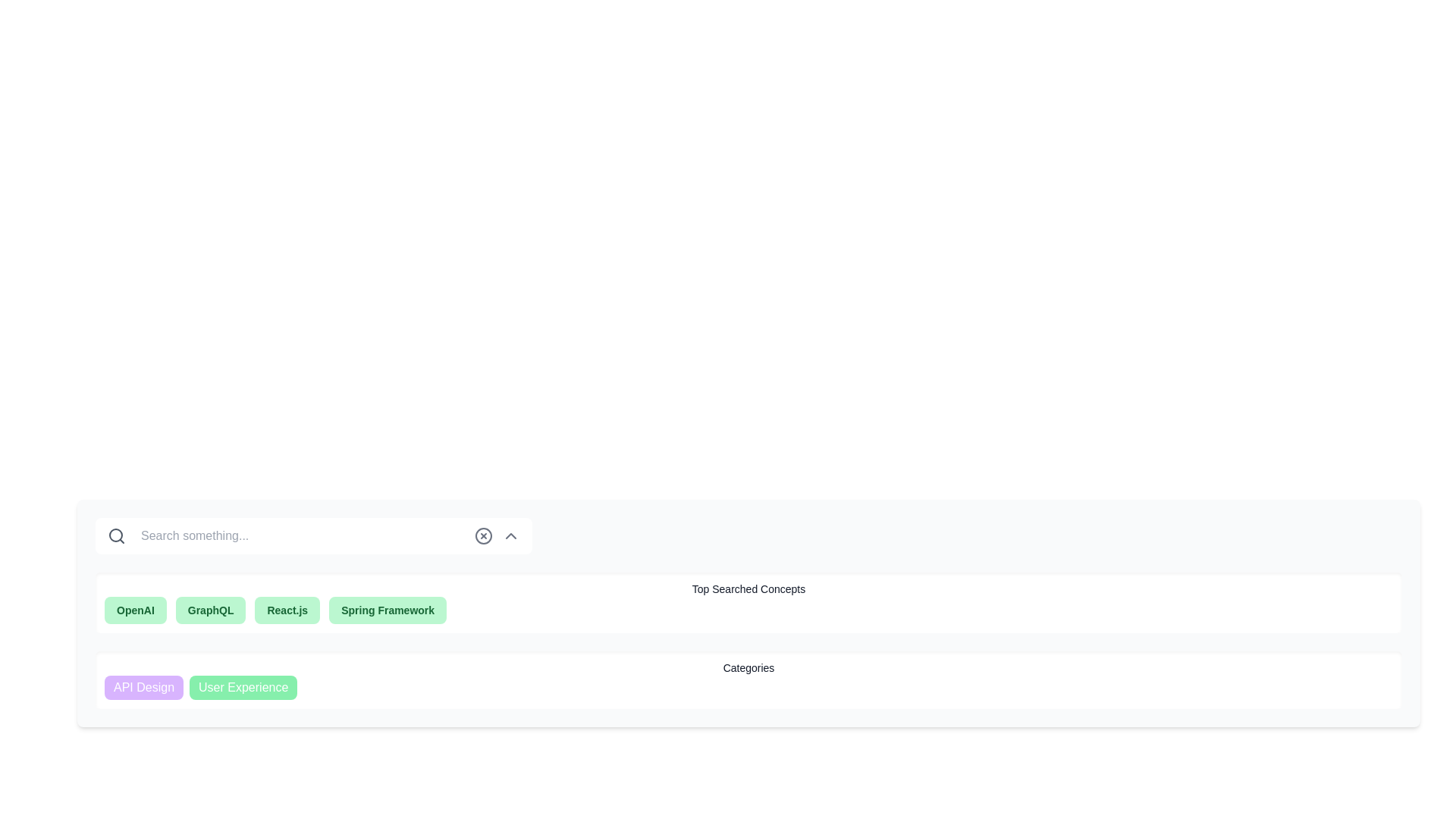  What do you see at coordinates (287, 610) in the screenshot?
I see `the 'React.js' button, which is a rounded rectangular button with a light green background and bold dark green text, positioned as the third button in a row of four similar buttons` at bounding box center [287, 610].